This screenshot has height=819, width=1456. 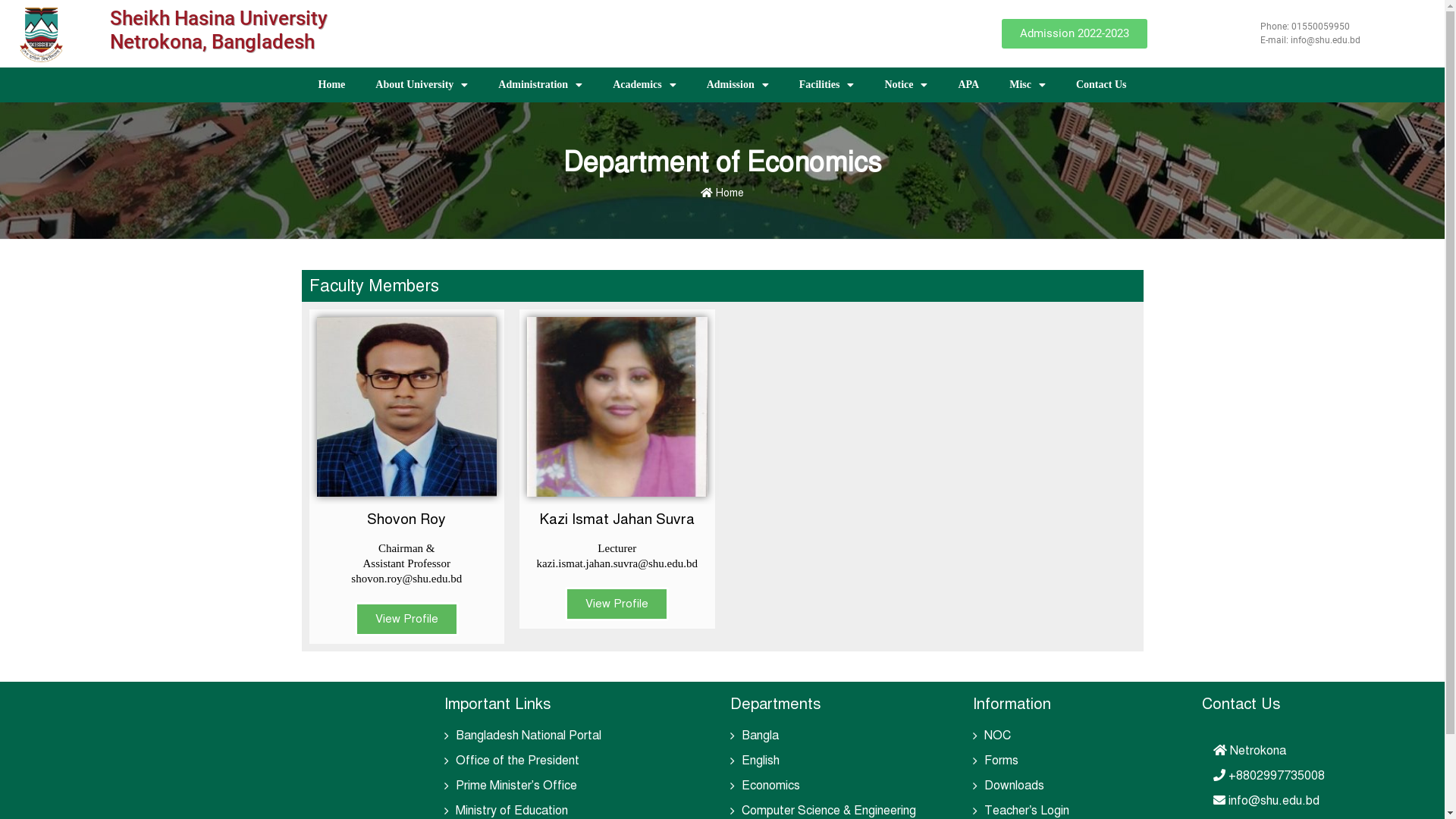 What do you see at coordinates (905, 84) in the screenshot?
I see `'Notice'` at bounding box center [905, 84].